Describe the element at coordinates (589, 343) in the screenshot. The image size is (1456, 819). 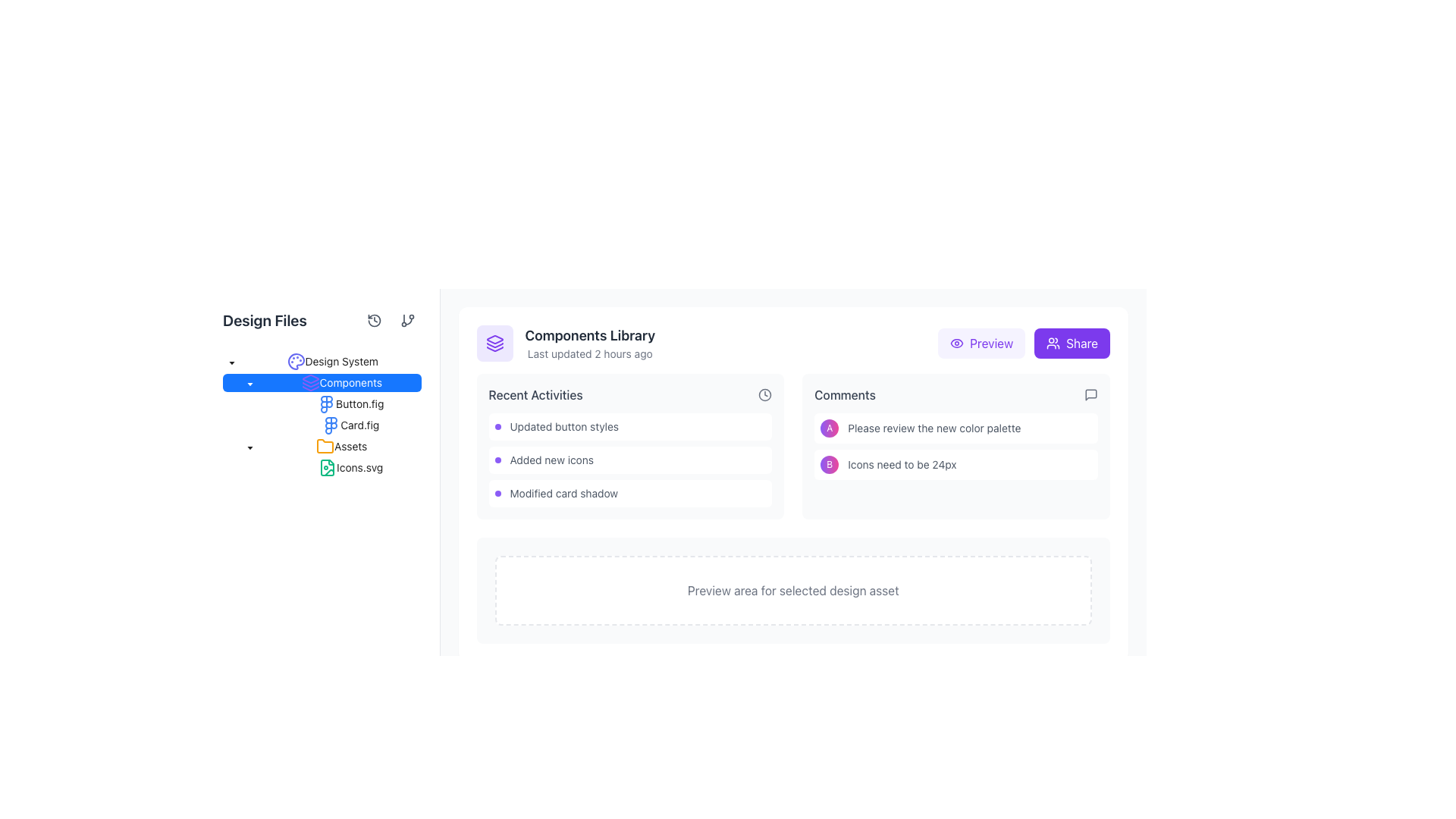
I see `the textual label displaying 'Components Library' which is bold and larger in dark gray color, located at the upper-center of the interface` at that location.